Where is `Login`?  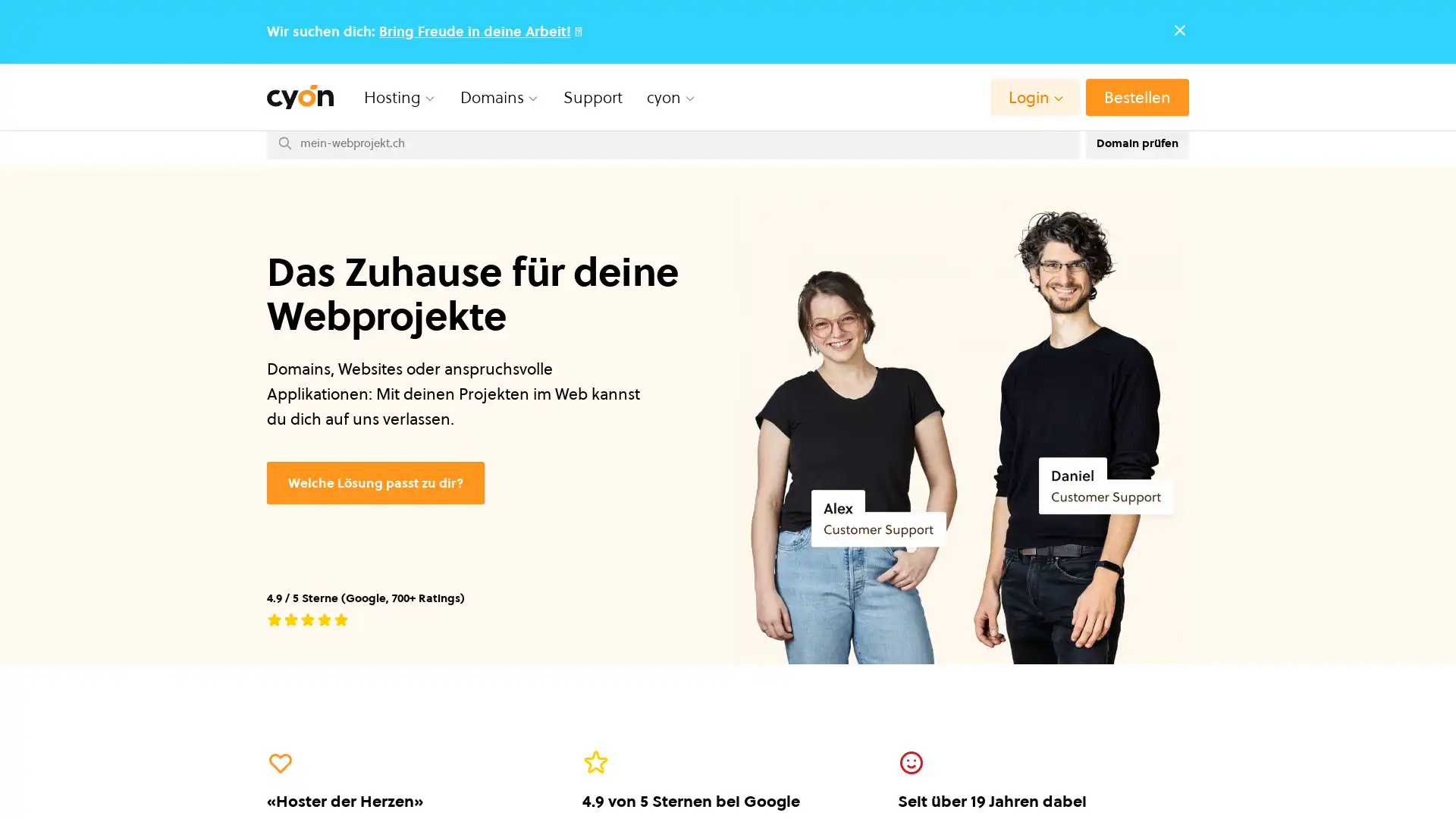 Login is located at coordinates (1034, 96).